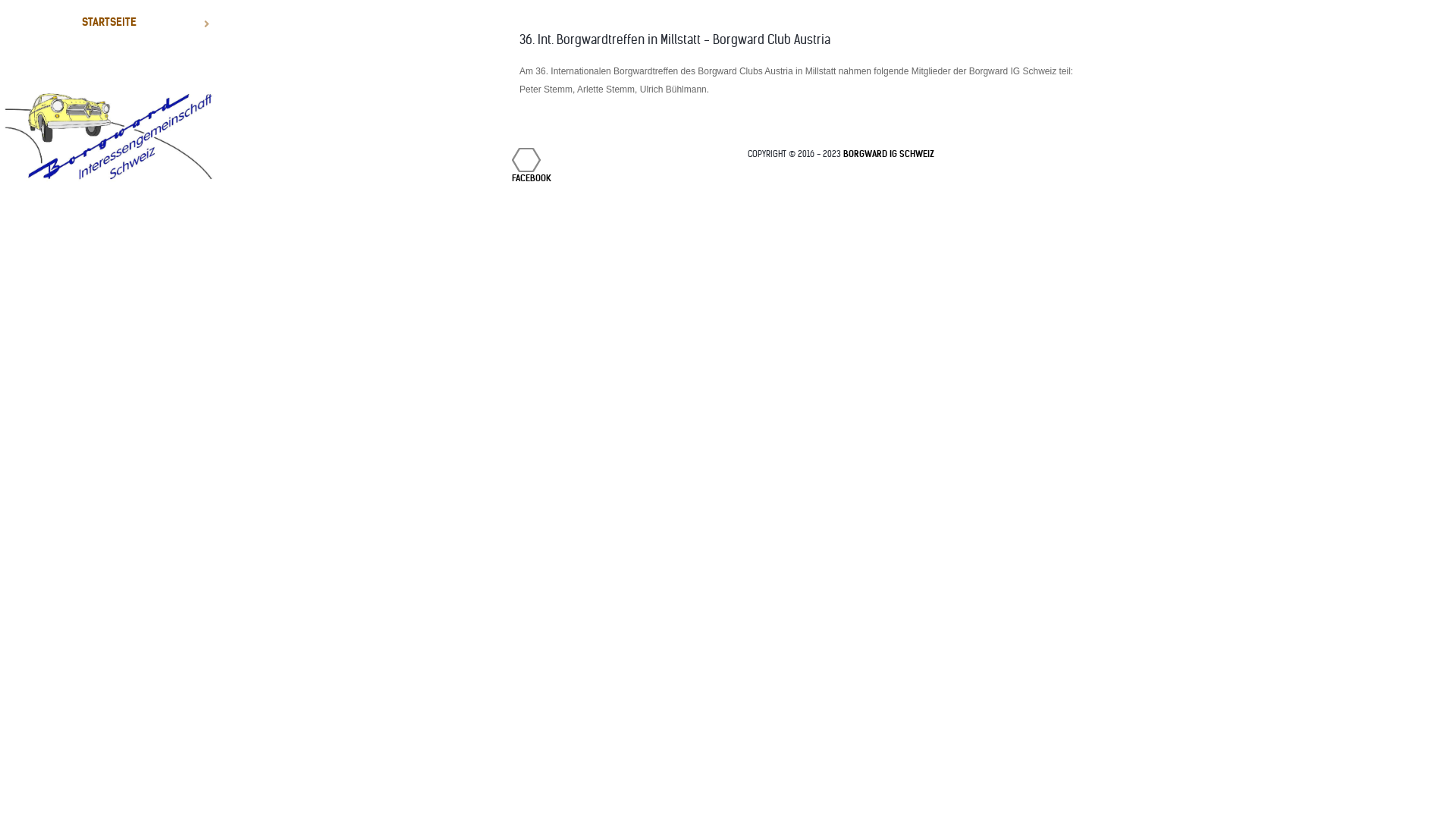 This screenshot has width=1456, height=819. What do you see at coordinates (888, 154) in the screenshot?
I see `'BORGWARD IG SCHWEIZ'` at bounding box center [888, 154].